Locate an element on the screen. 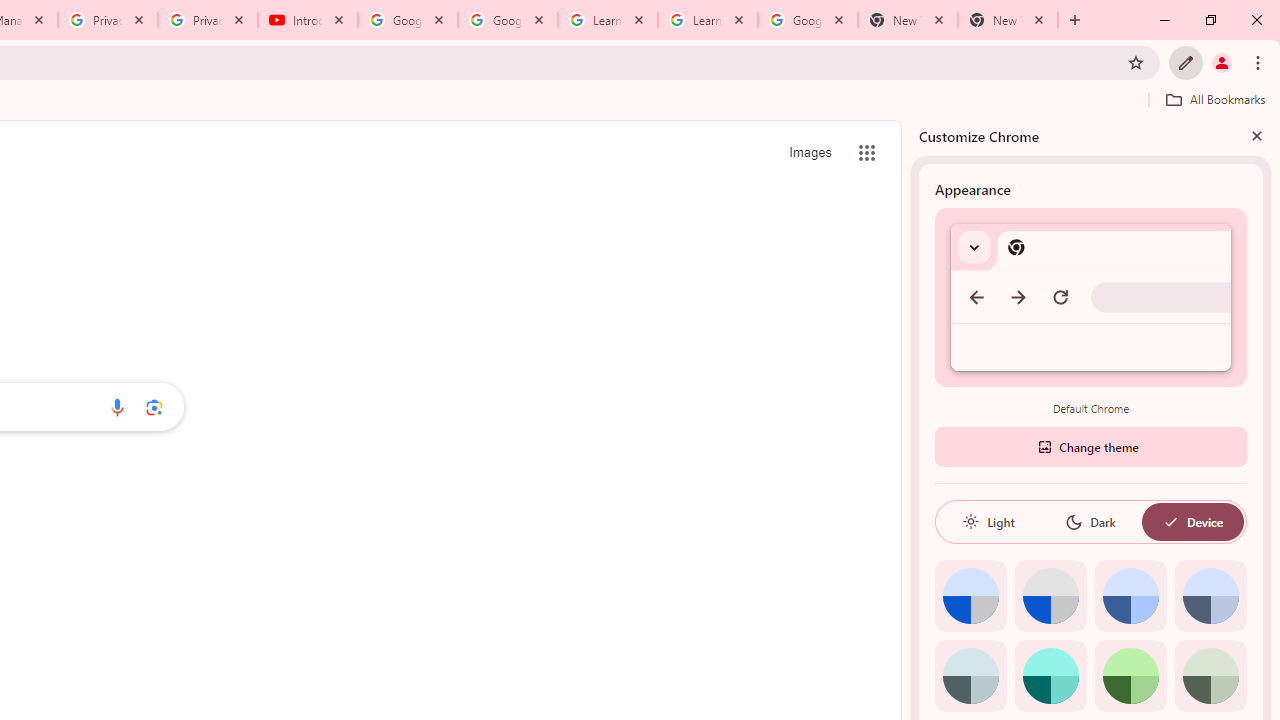 The height and width of the screenshot is (720, 1280). 'Search for Images ' is located at coordinates (810, 152).